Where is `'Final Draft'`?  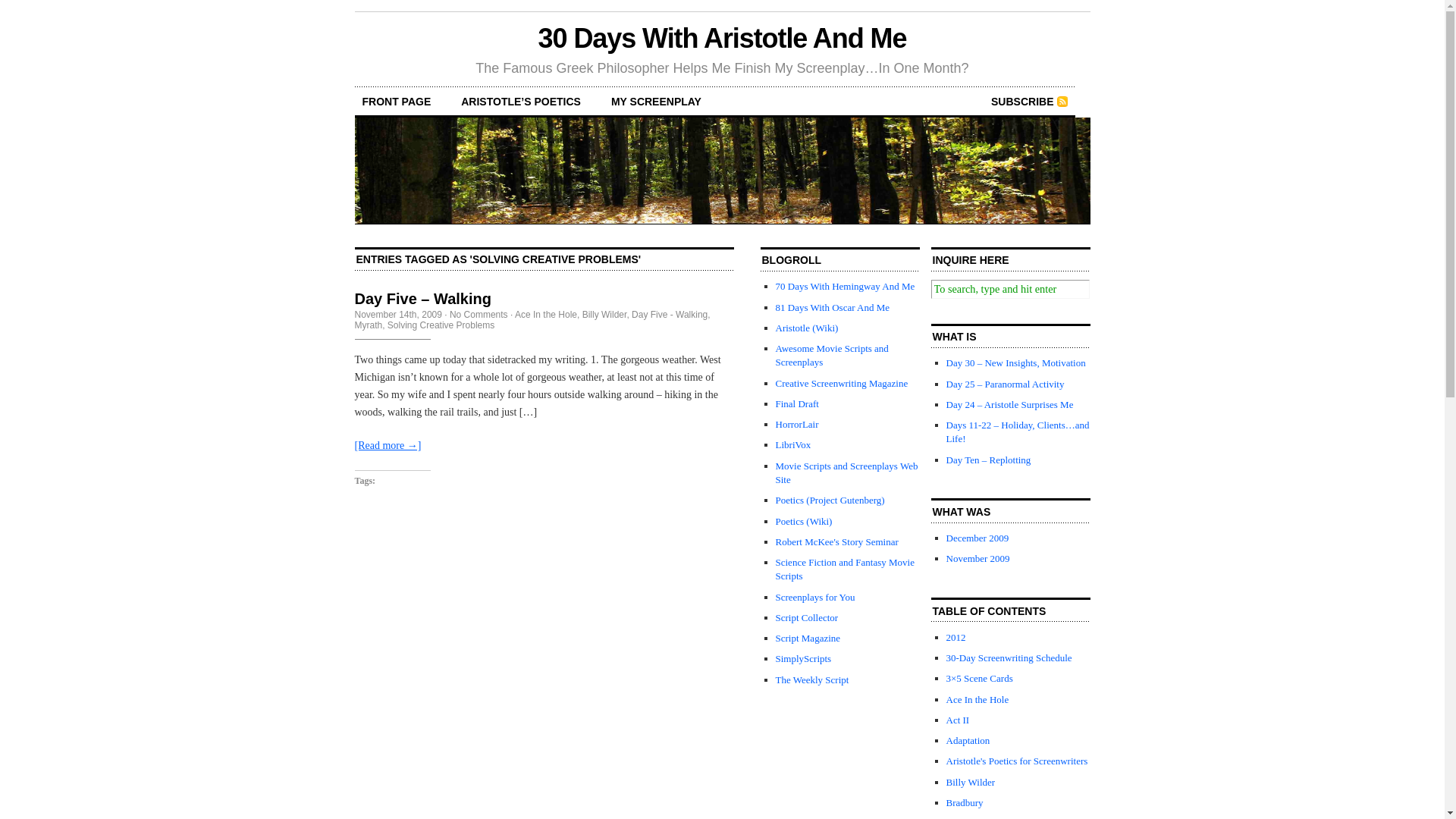
'Final Draft' is located at coordinates (795, 403).